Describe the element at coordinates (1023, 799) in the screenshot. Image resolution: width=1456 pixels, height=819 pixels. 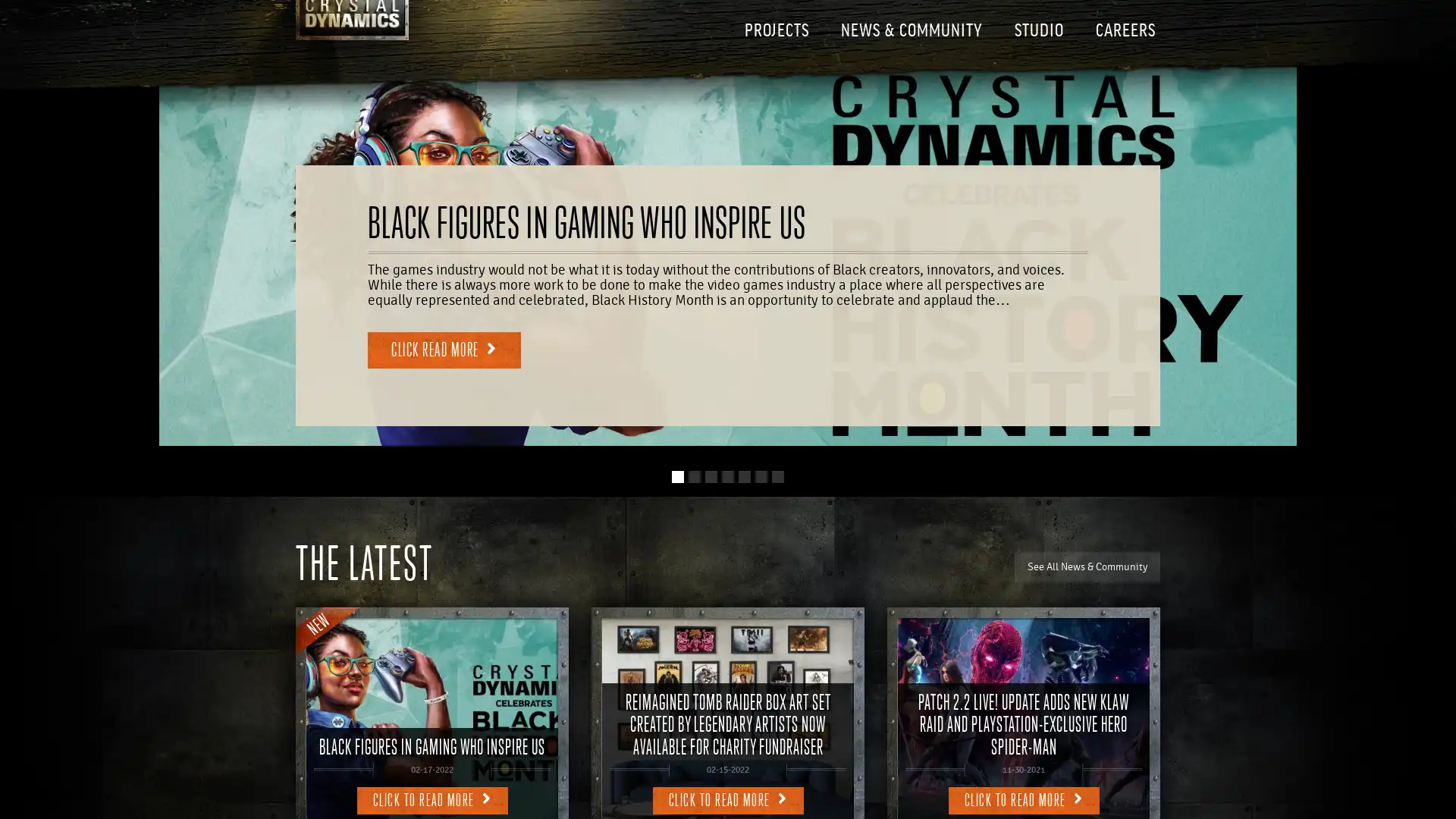
I see `CLICK TO READ MORE` at that location.